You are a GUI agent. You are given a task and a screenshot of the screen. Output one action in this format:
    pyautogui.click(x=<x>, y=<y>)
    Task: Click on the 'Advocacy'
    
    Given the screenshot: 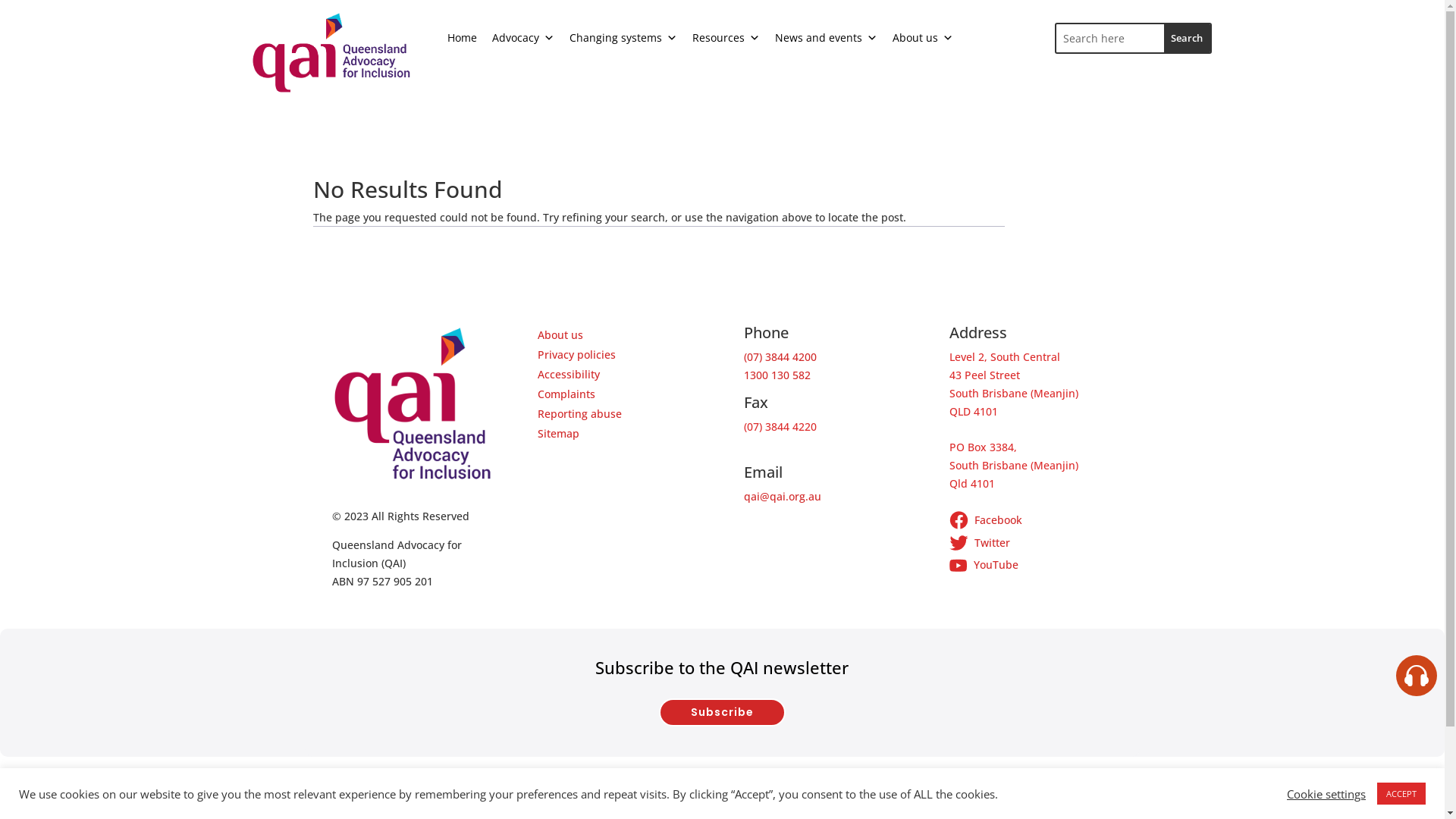 What is the action you would take?
    pyautogui.click(x=522, y=37)
    